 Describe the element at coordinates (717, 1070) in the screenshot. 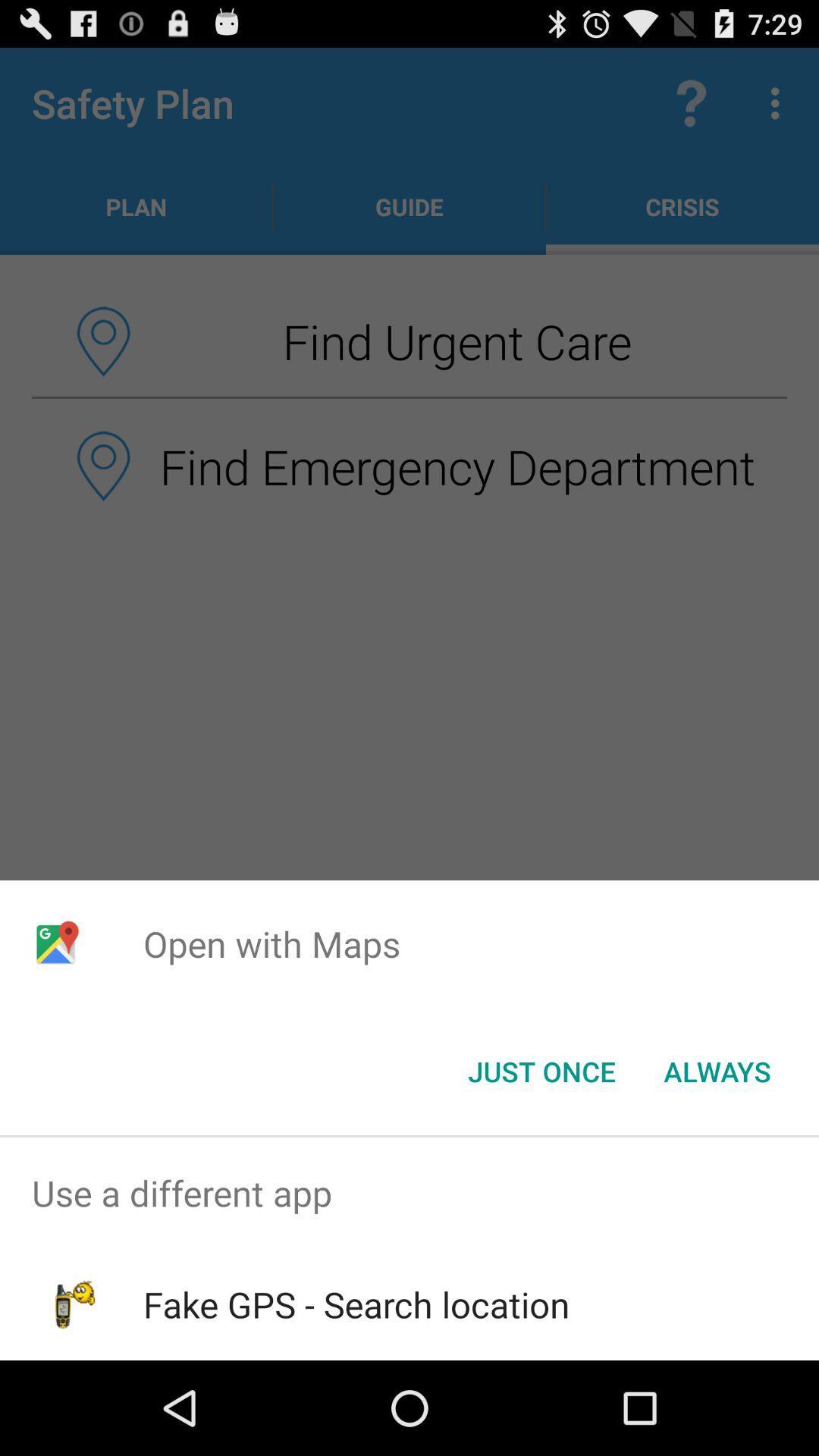

I see `item next to the just once` at that location.